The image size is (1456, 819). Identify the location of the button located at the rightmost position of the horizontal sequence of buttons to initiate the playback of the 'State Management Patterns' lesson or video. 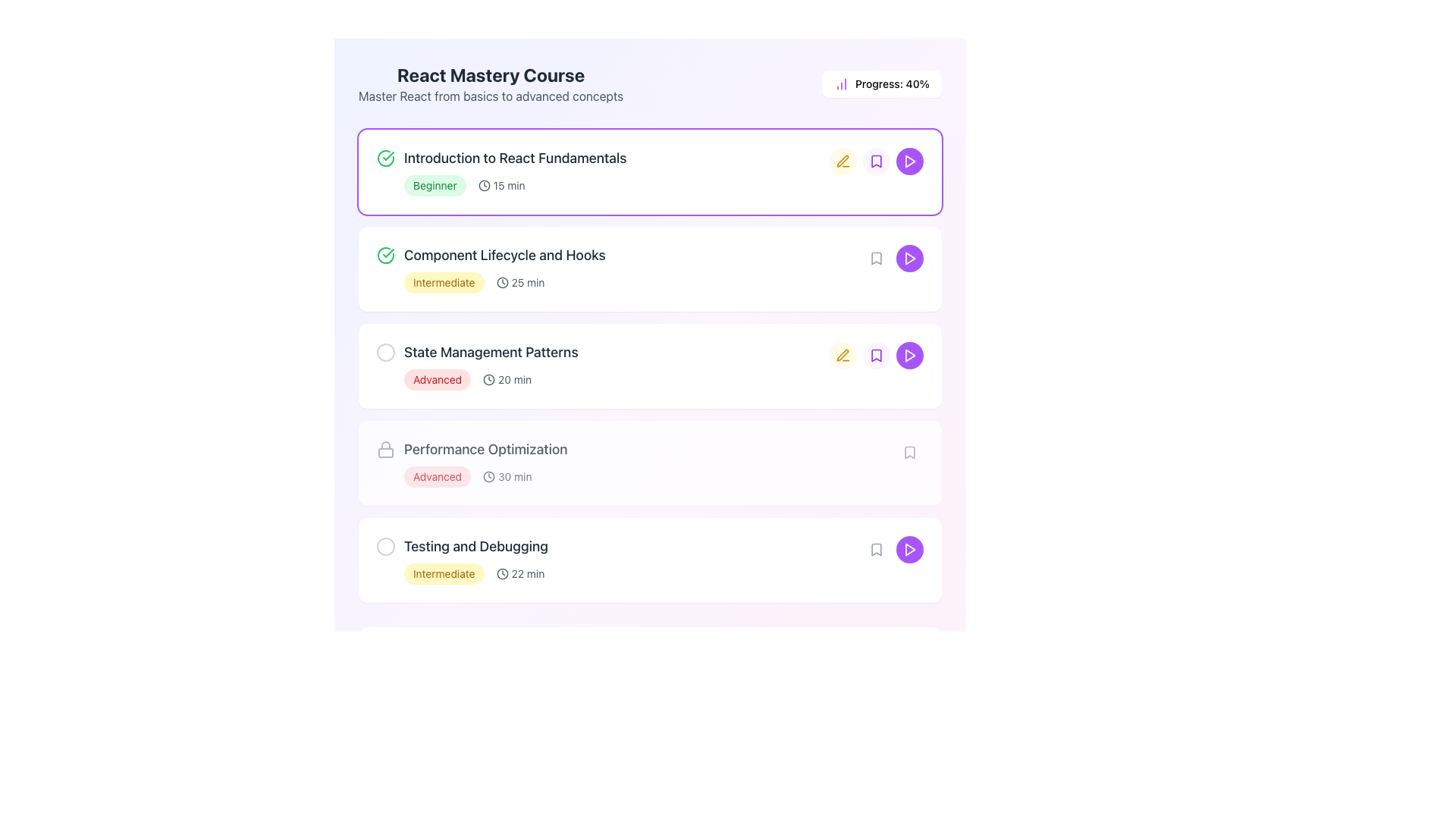
(910, 356).